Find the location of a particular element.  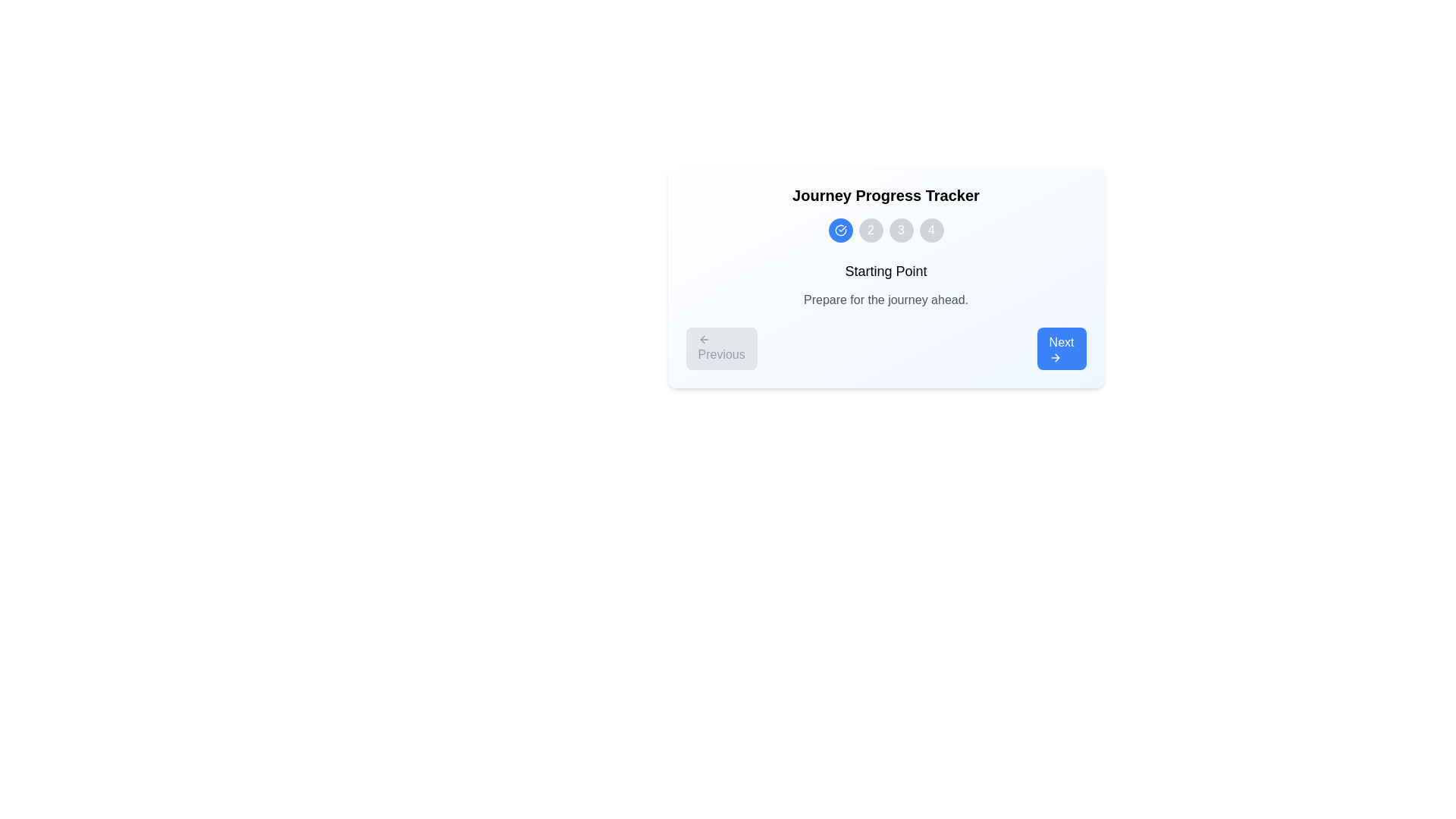

the 'Starting Point' text label, which is a bold and larger font heading positioned centrally above the description text 'Prepare for the journey ahead.' is located at coordinates (886, 271).